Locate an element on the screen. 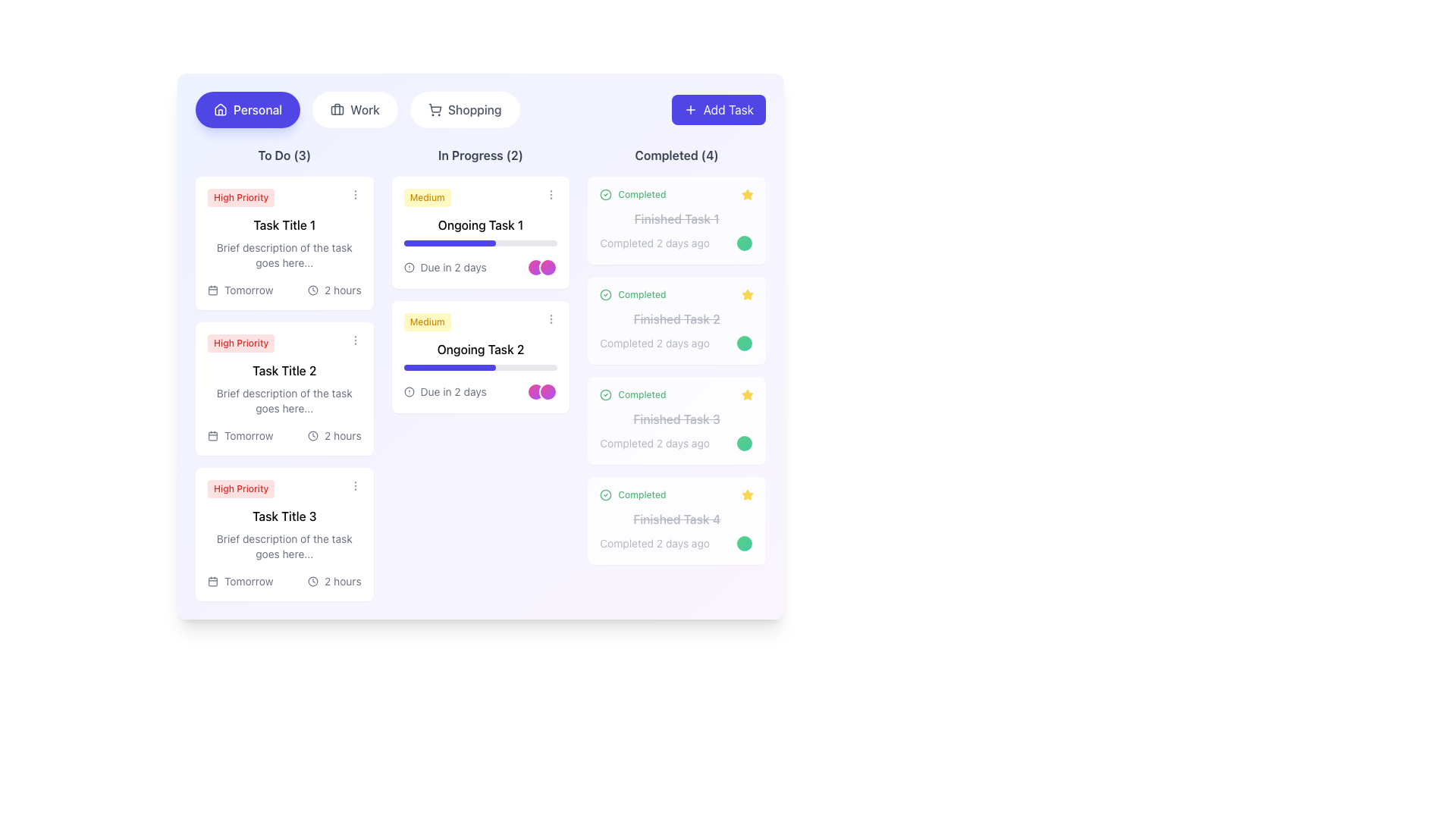  the text label displaying 'Ongoing Task 2', which is part of the ongoing task card under the 'In Progress' category, positioned below the label 'Medium' is located at coordinates (479, 350).